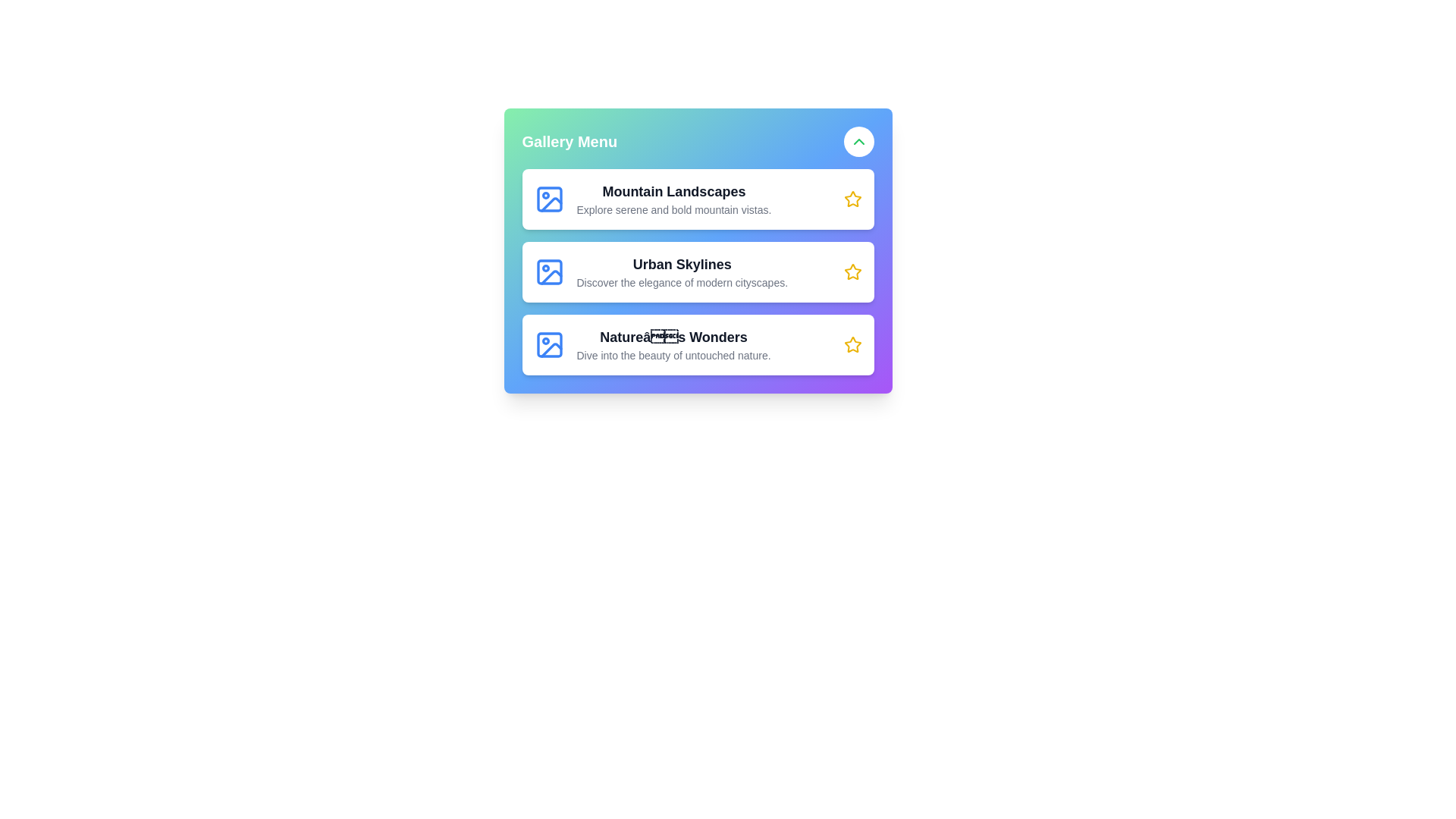  What do you see at coordinates (697, 271) in the screenshot?
I see `the gallery item Urban Skylines to trigger its hover effect` at bounding box center [697, 271].